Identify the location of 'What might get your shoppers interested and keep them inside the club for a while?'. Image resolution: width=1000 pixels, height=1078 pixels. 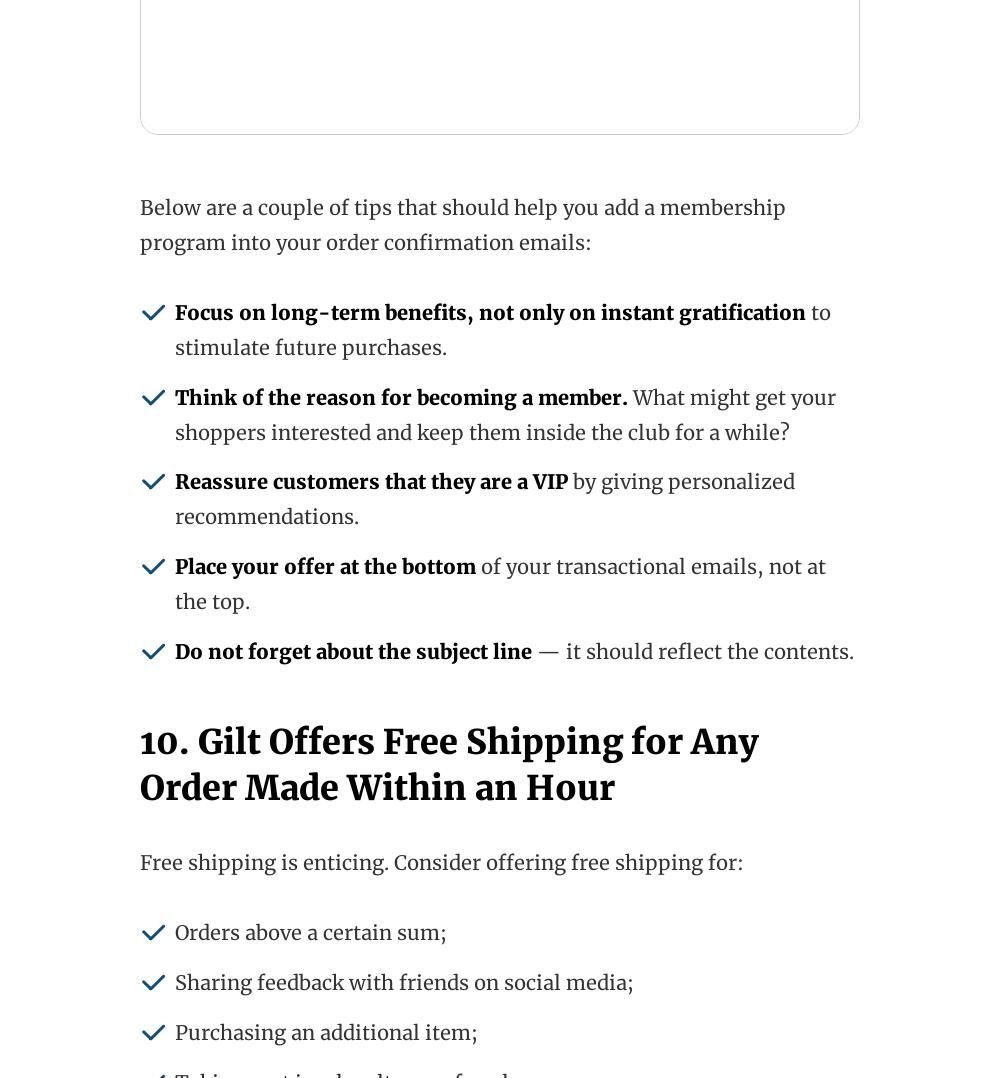
(505, 412).